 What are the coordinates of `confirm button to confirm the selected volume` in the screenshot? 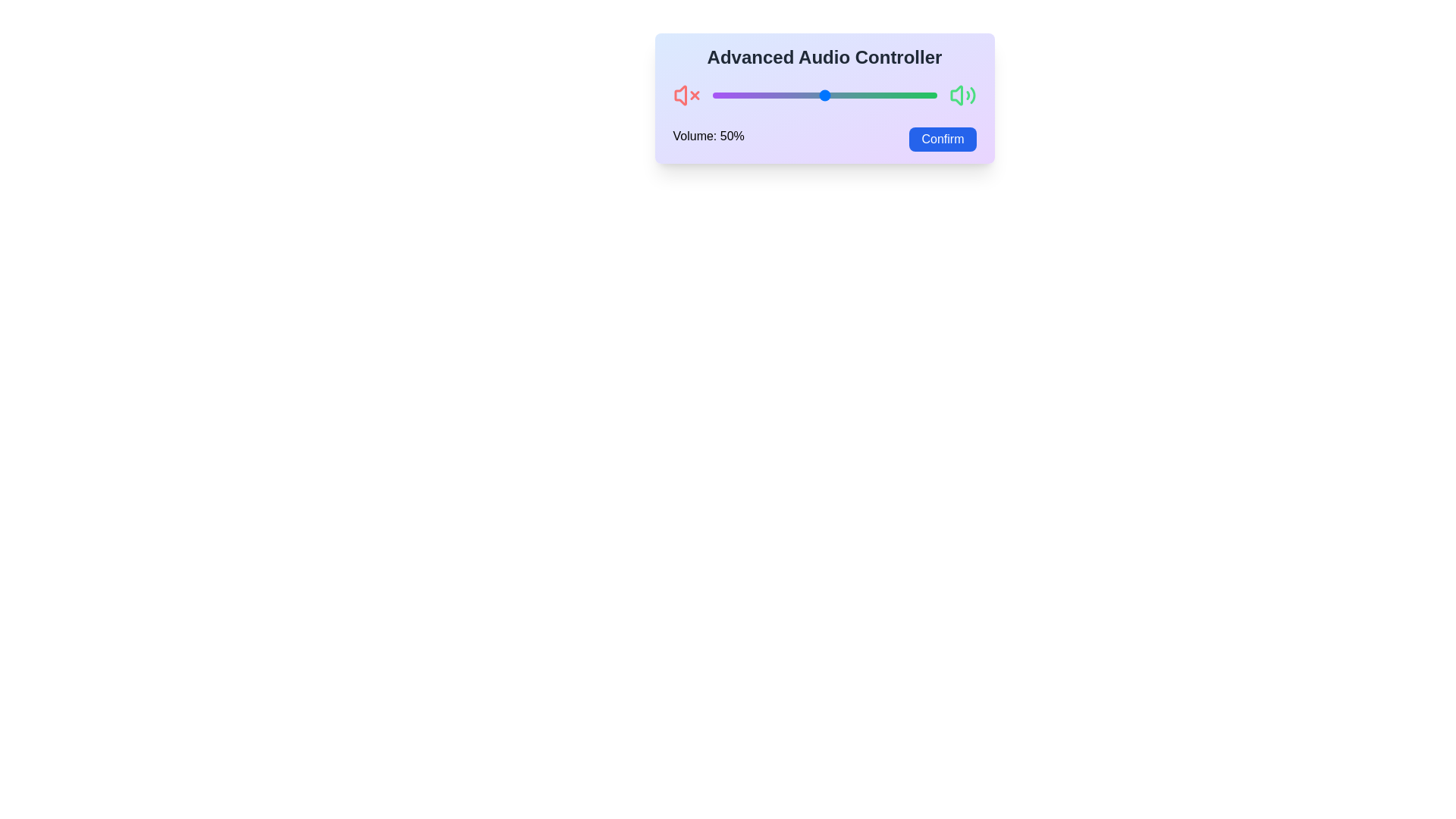 It's located at (942, 140).